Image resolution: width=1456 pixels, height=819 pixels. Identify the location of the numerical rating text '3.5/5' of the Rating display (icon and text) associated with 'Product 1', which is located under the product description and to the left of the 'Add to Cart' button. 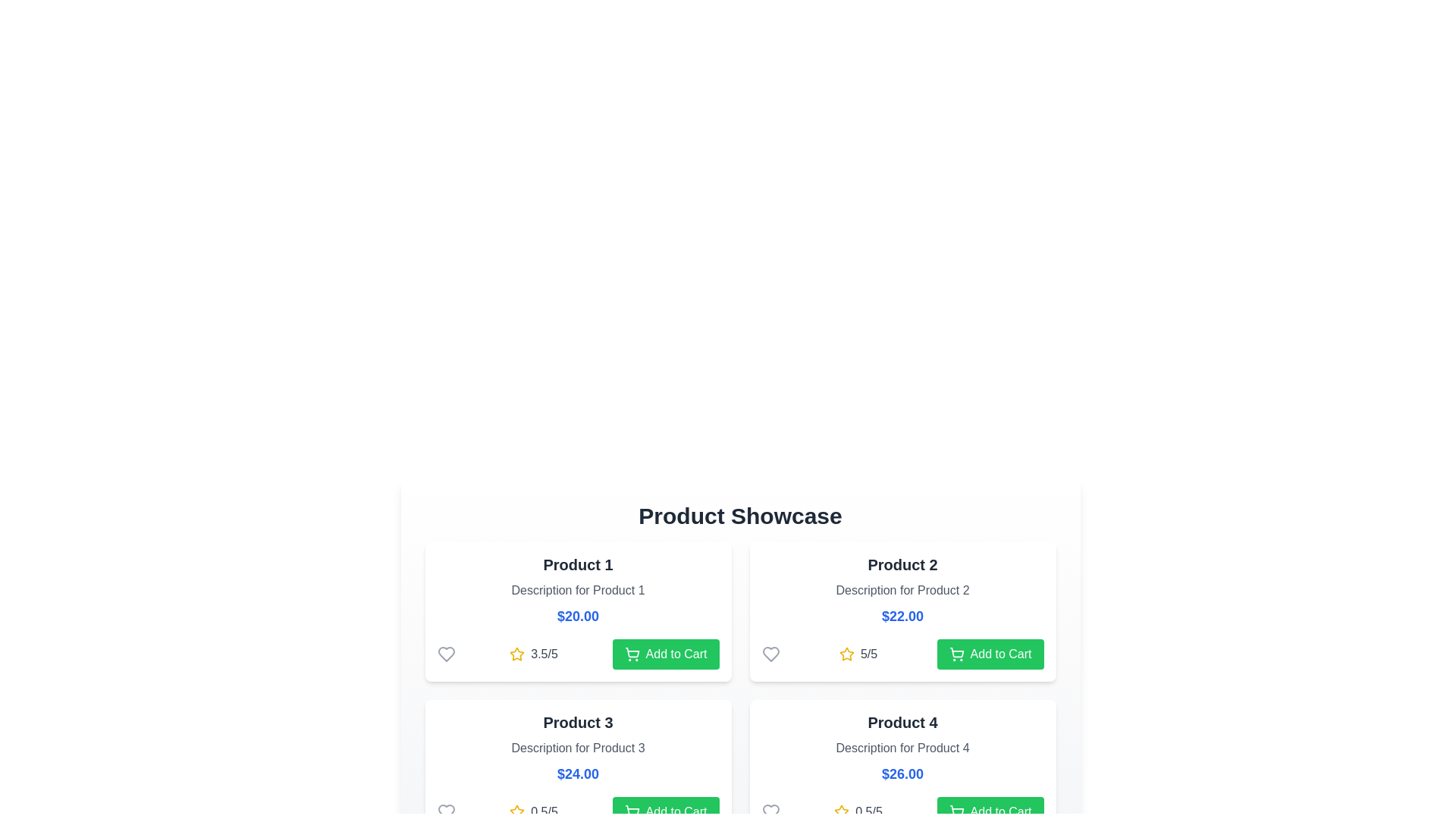
(534, 654).